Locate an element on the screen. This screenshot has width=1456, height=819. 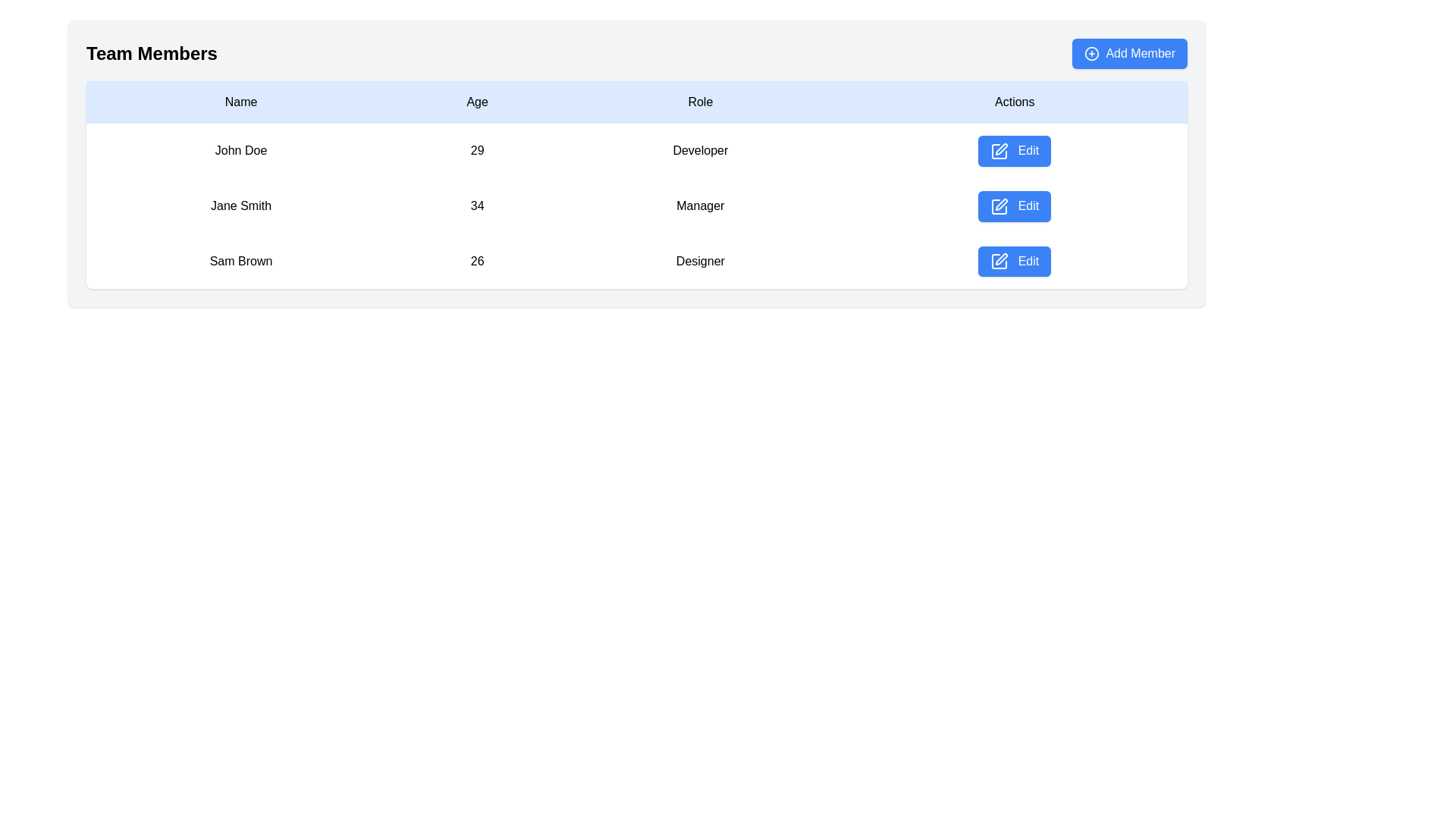
the 'Sam Brown' text label located in the first column of the third row within the table layout, which displays team member details is located at coordinates (240, 260).